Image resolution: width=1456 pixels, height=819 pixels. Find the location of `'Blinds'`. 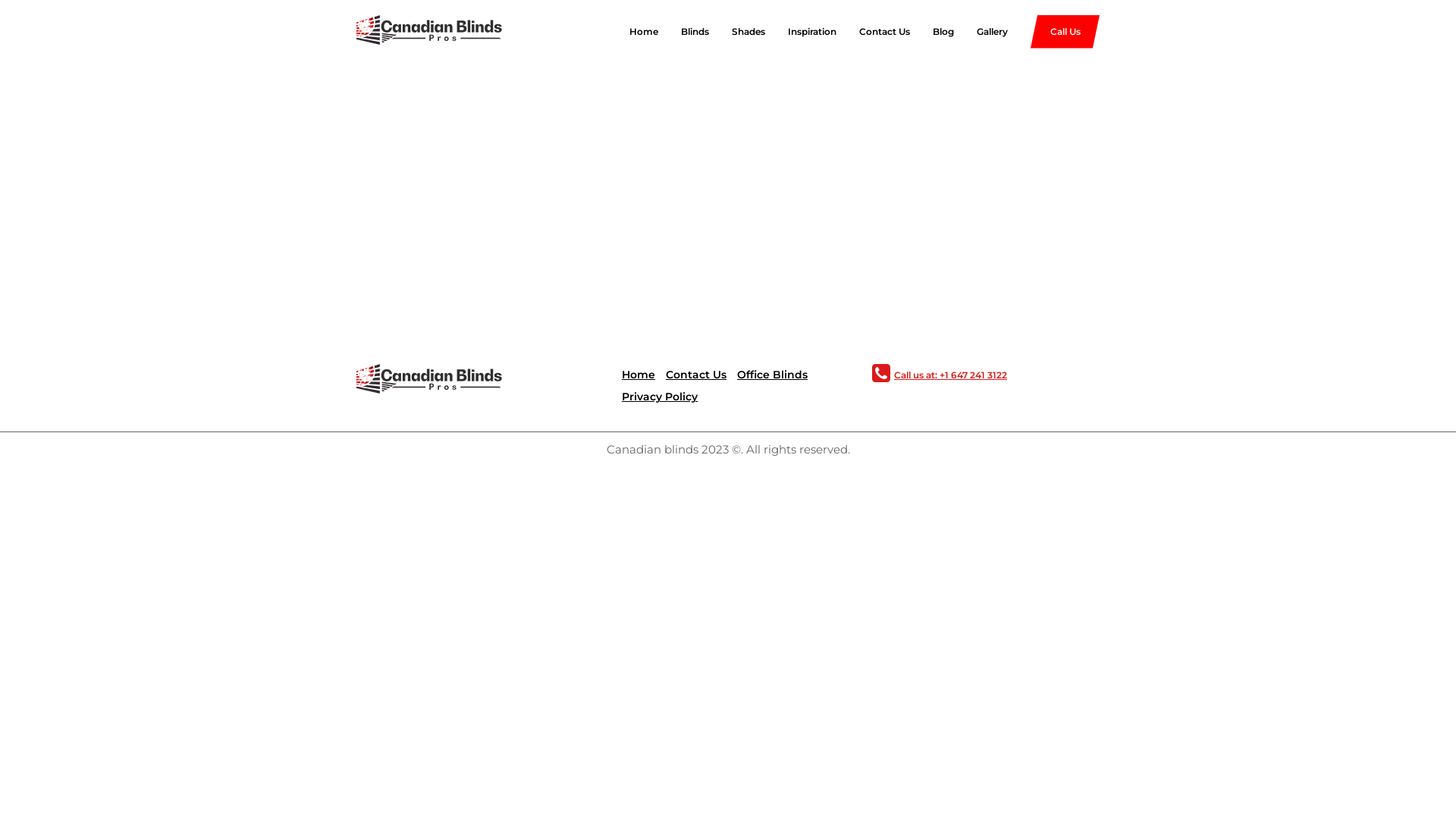

'Blinds' is located at coordinates (682, 32).